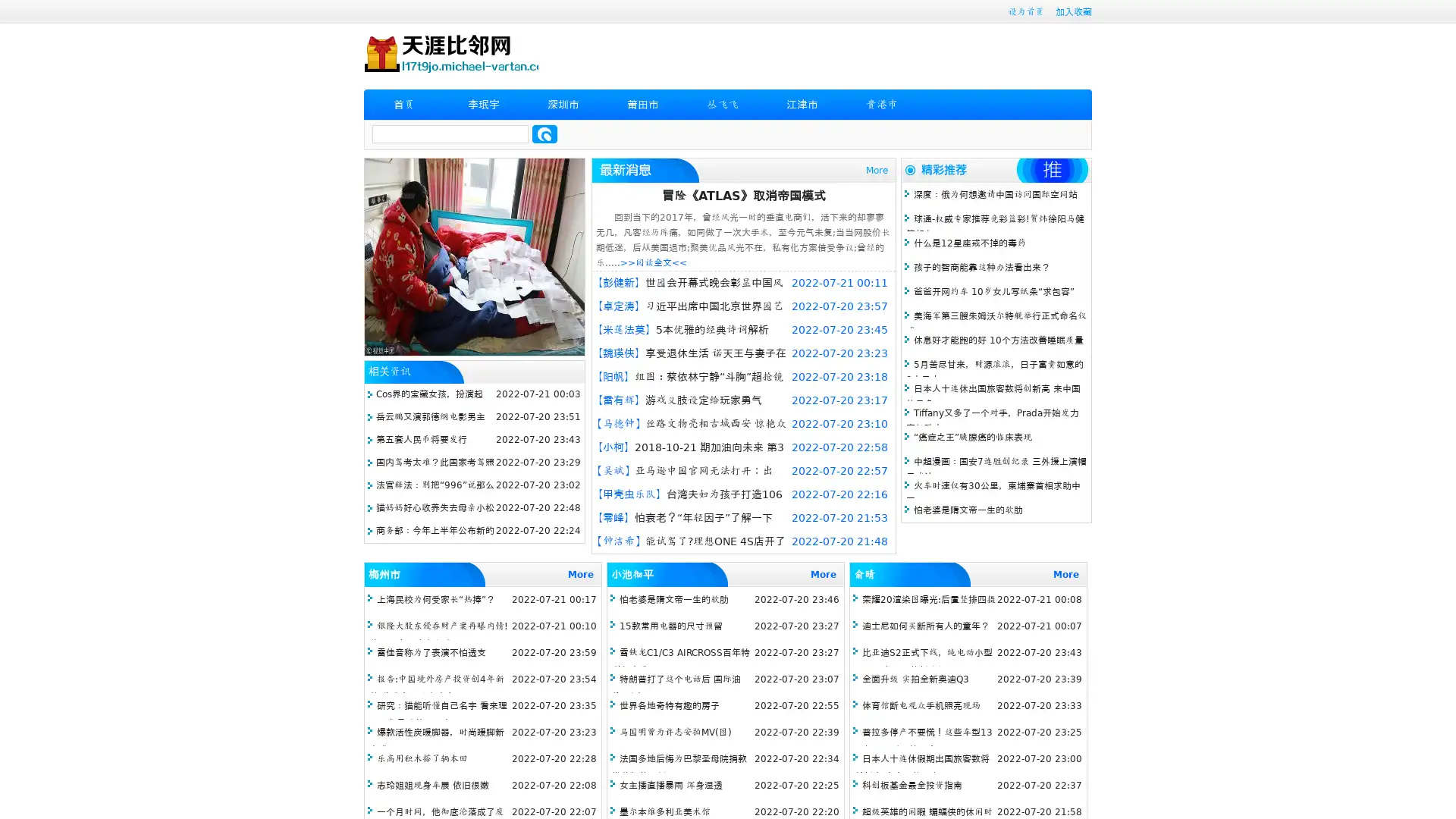 This screenshot has height=819, width=1456. Describe the element at coordinates (544, 133) in the screenshot. I see `Search` at that location.